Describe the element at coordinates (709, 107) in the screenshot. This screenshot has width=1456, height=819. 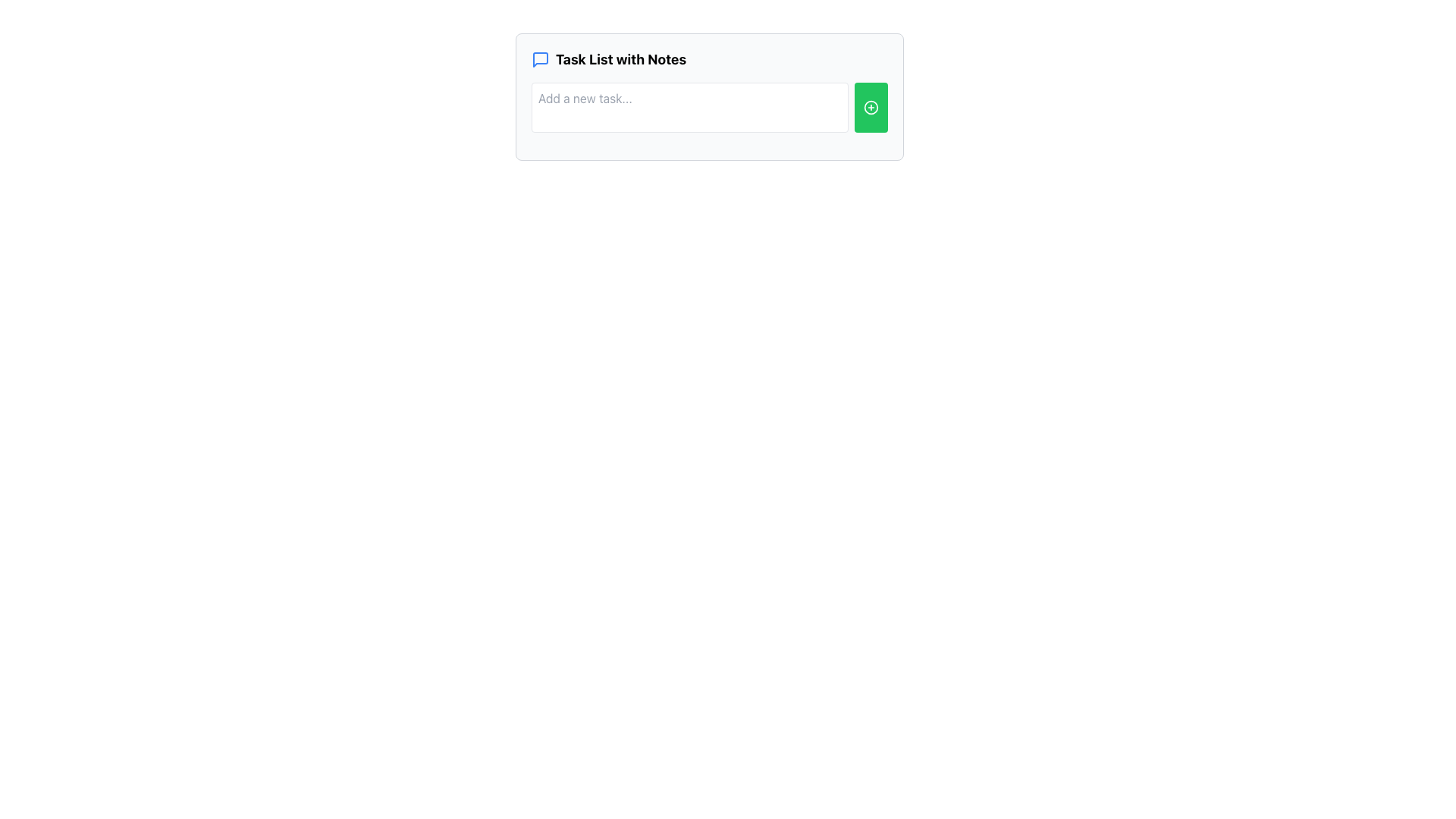
I see `the submit button in the task input form located in the 'Task List with Notes' section` at that location.